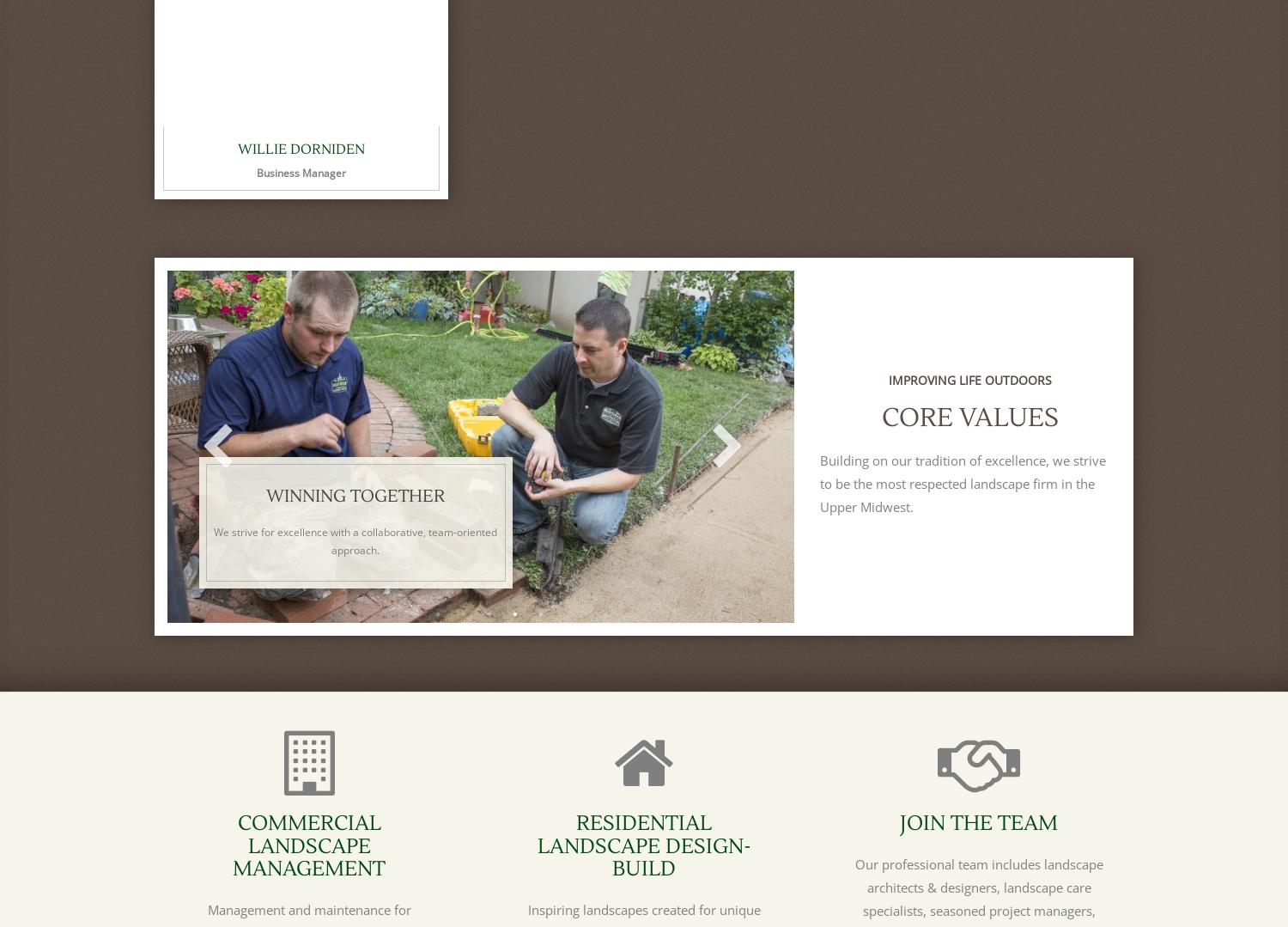 This screenshot has height=927, width=1288. I want to click on 'We set the standard for excellence in our industry.', so click(981, 549).